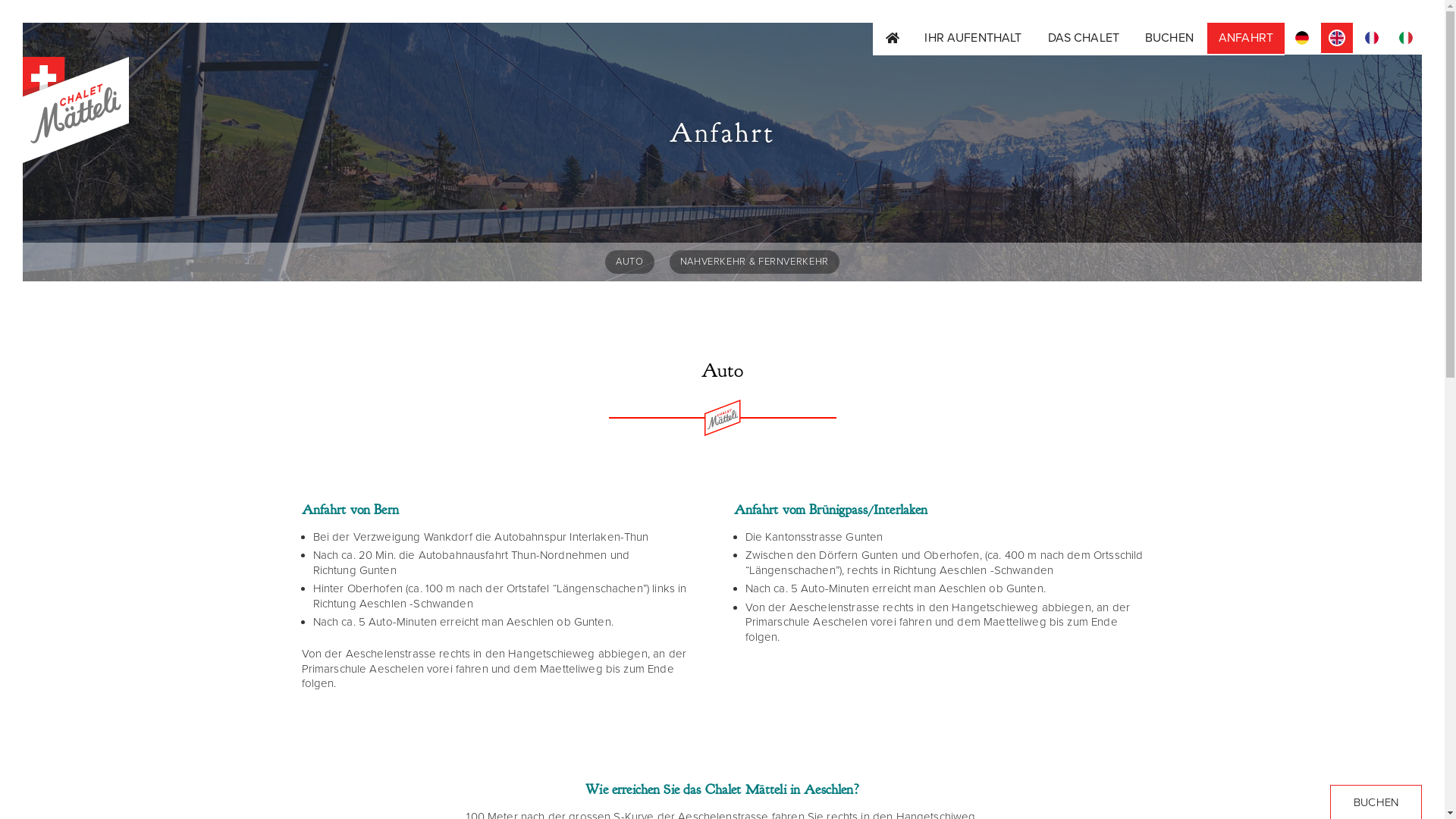 The image size is (1456, 819). Describe the element at coordinates (754, 261) in the screenshot. I see `'NAHVERKEHR & FERNVERKEHR'` at that location.